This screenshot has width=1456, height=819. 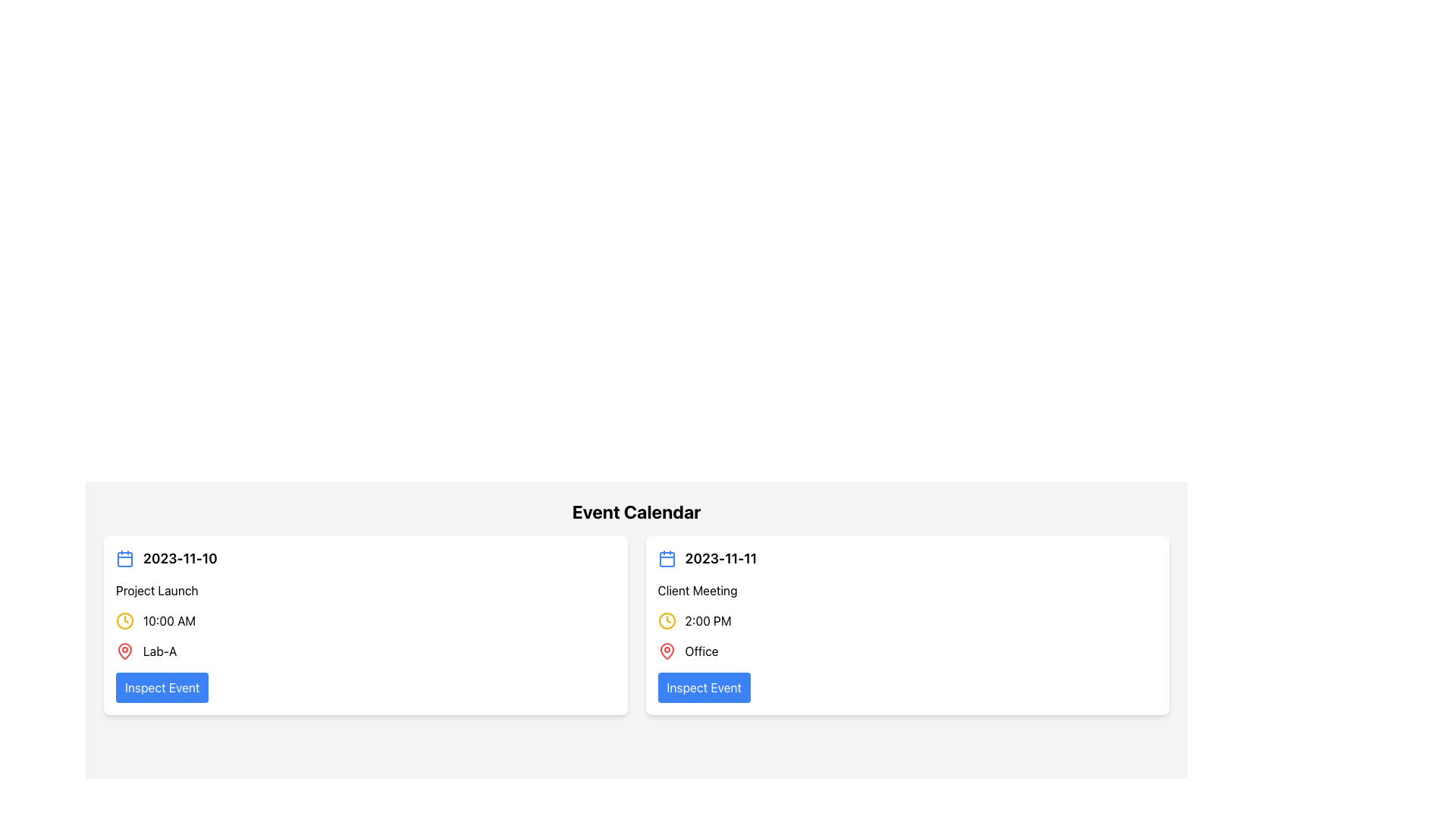 I want to click on the red pin icon representing the 'Office' location in the right event card of the 'Event Calendar' interface, which is adjacent to the text 'Office', so click(x=667, y=651).